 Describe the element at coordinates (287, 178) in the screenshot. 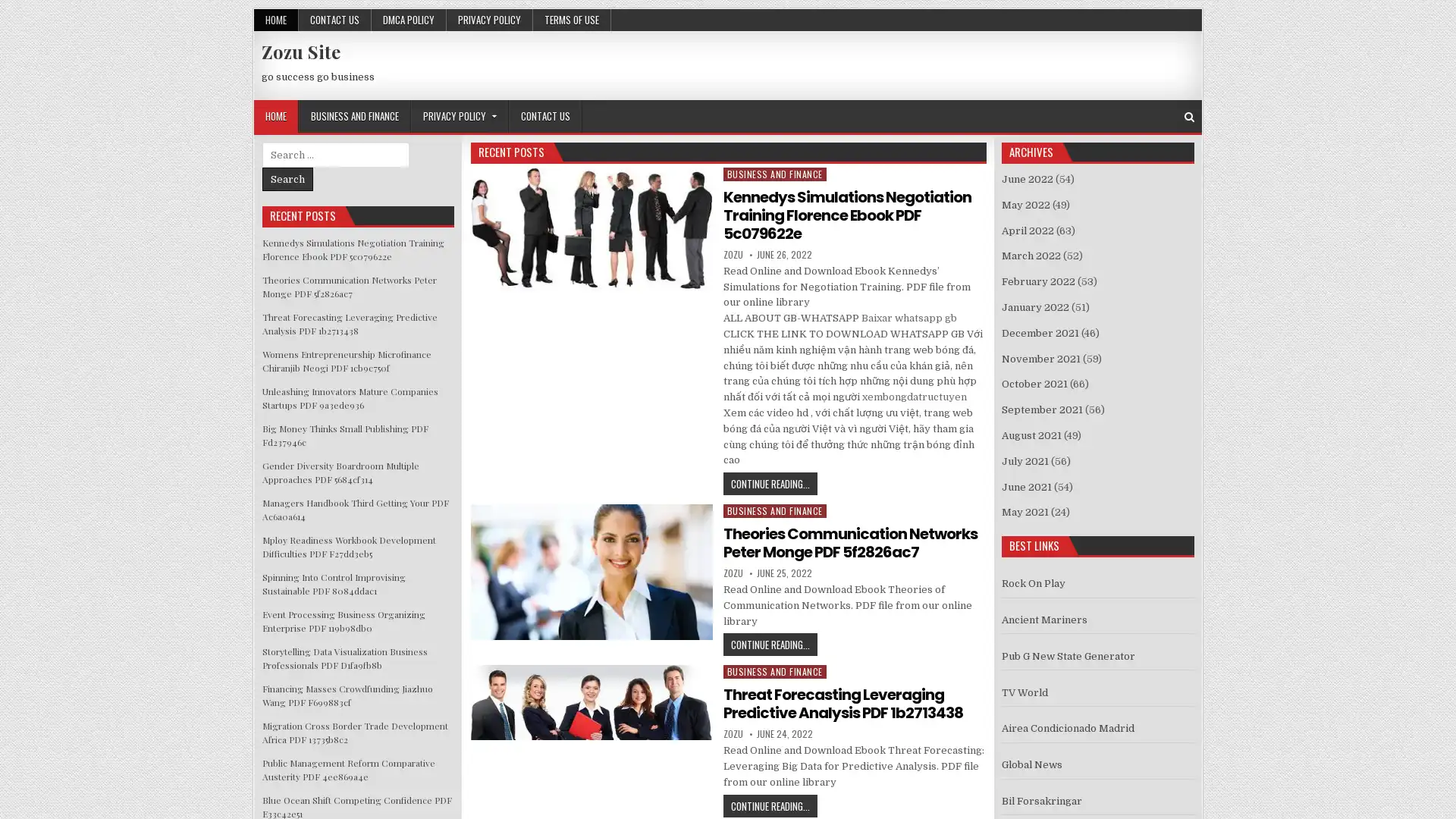

I see `Search` at that location.